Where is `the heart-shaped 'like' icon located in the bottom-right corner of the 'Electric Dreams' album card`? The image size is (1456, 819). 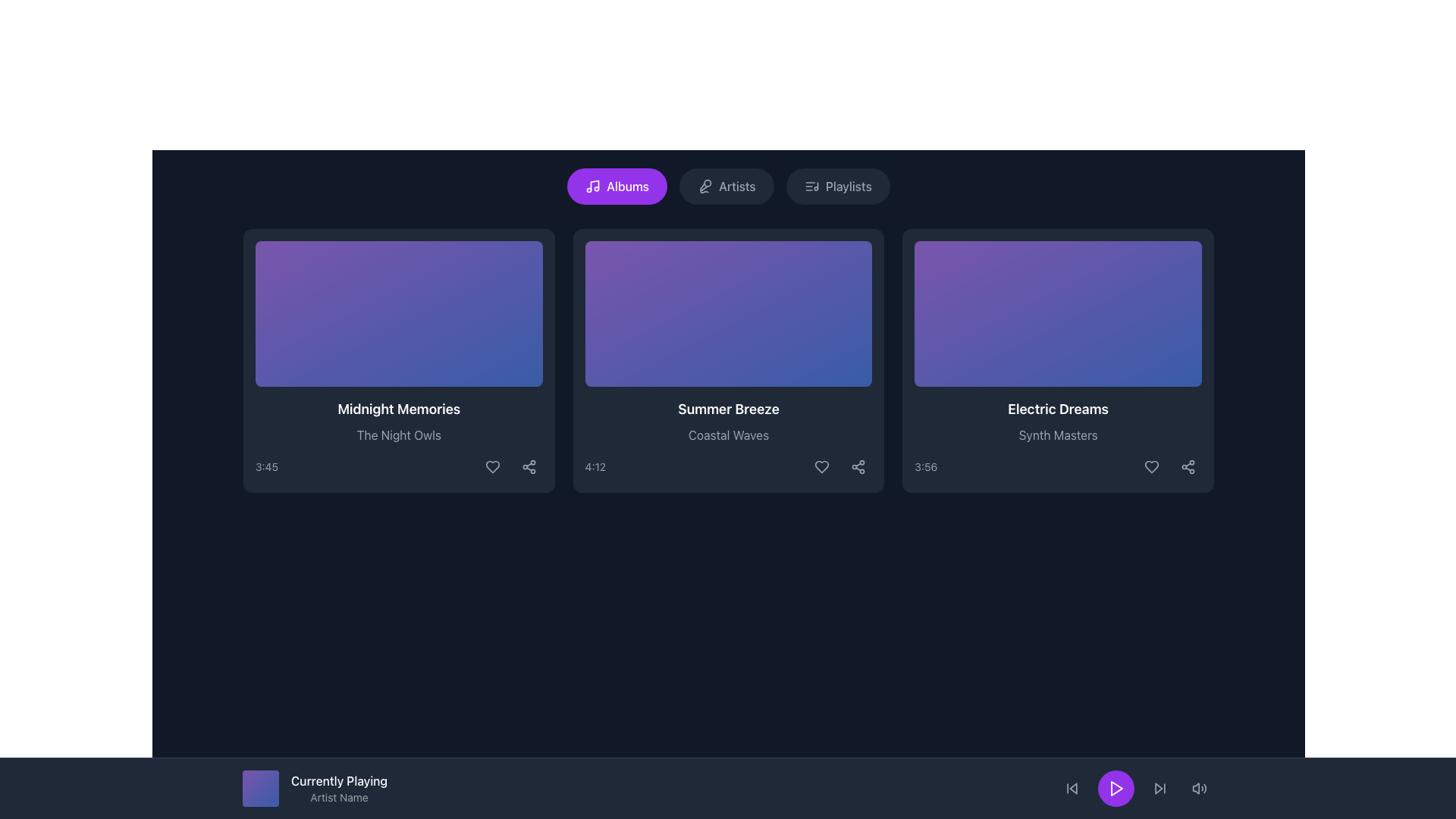
the heart-shaped 'like' icon located in the bottom-right corner of the 'Electric Dreams' album card is located at coordinates (1151, 466).